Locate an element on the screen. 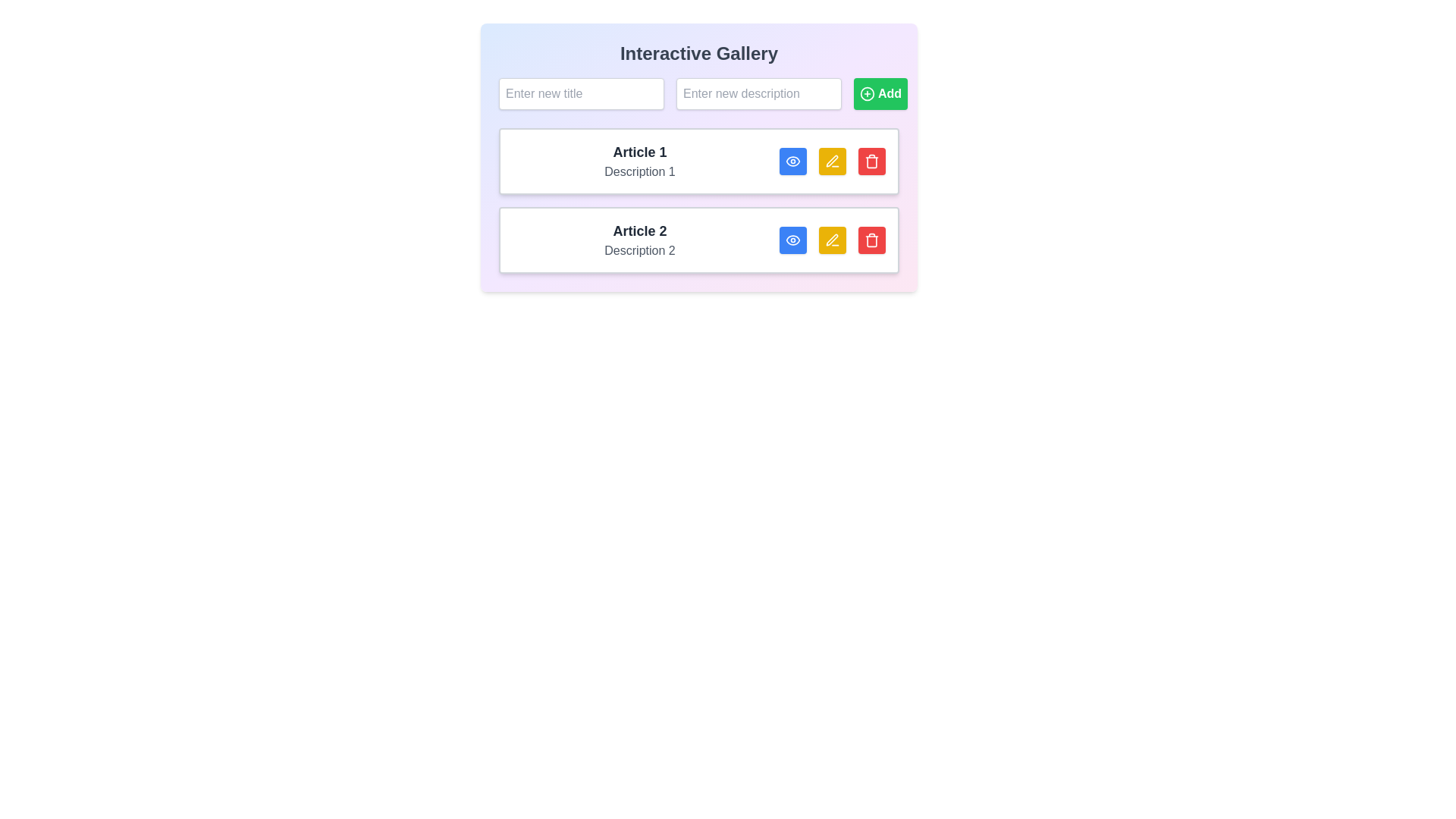 The image size is (1456, 819). the edit action icon located in the middle of the action group for 'Article 2' to initiate the edit action is located at coordinates (831, 239).